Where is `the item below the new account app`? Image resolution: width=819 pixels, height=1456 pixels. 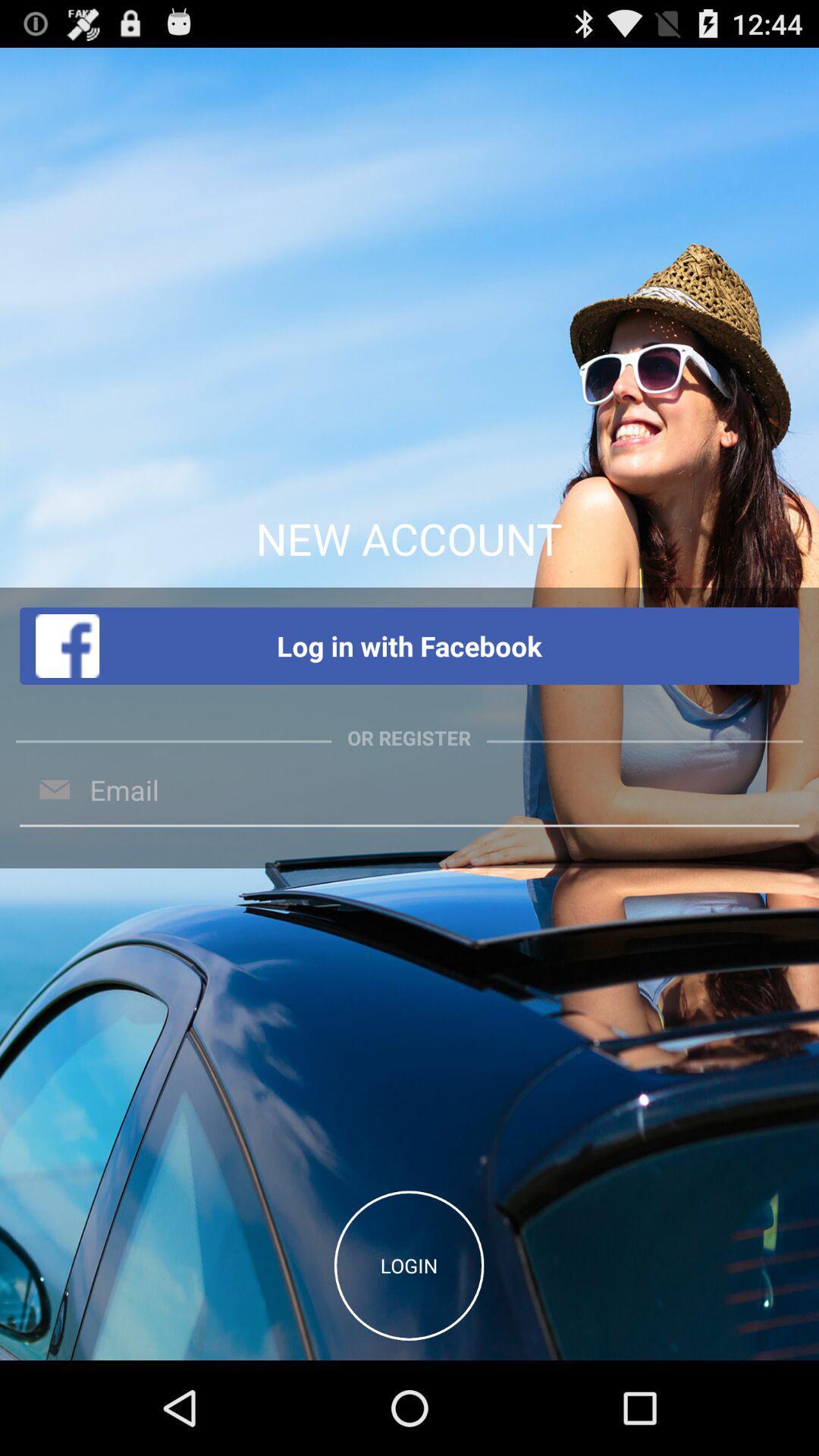
the item below the new account app is located at coordinates (409, 646).